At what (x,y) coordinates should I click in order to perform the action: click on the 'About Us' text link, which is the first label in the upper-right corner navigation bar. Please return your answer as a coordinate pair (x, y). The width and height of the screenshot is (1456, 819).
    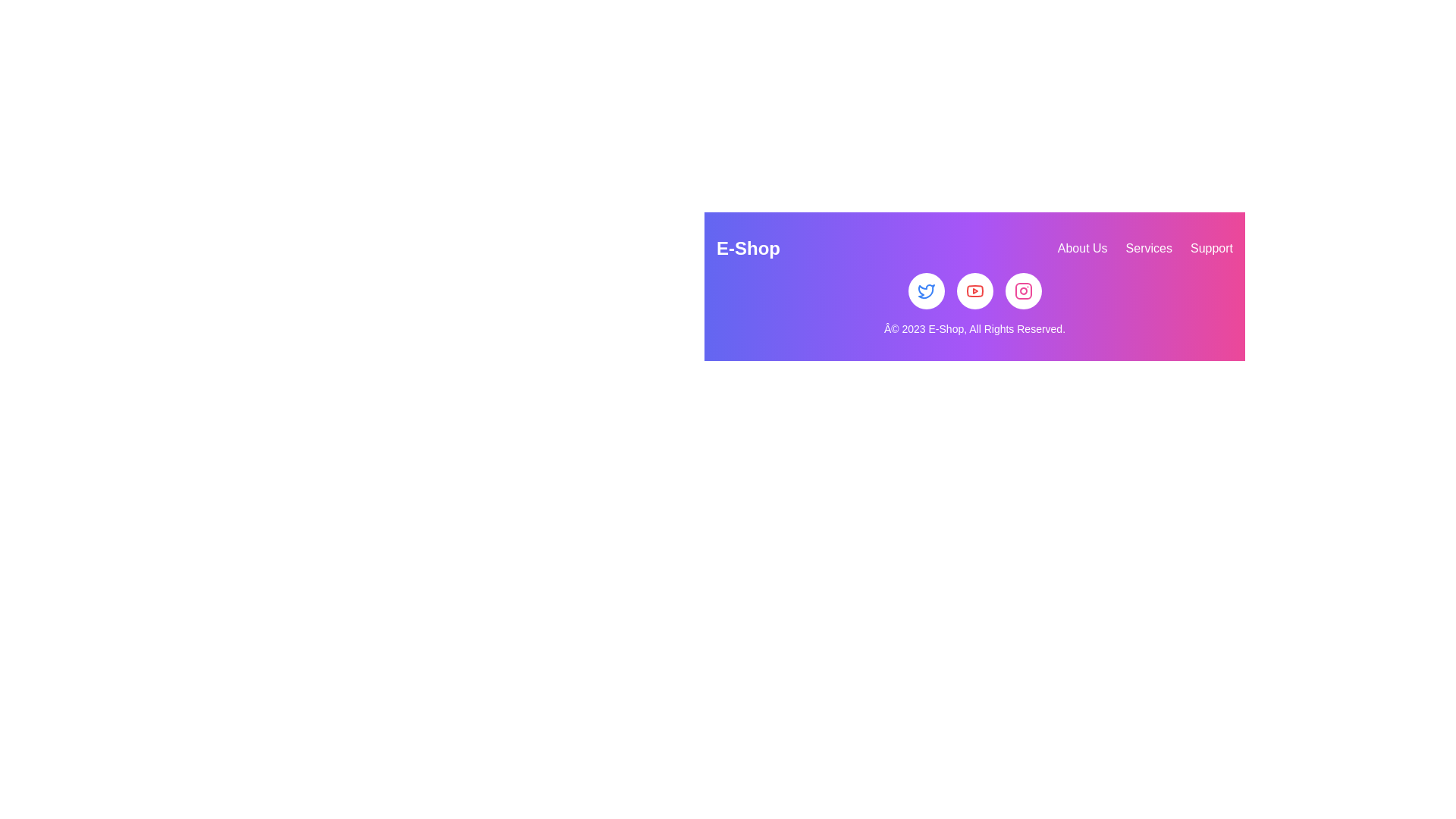
    Looking at the image, I should click on (1081, 247).